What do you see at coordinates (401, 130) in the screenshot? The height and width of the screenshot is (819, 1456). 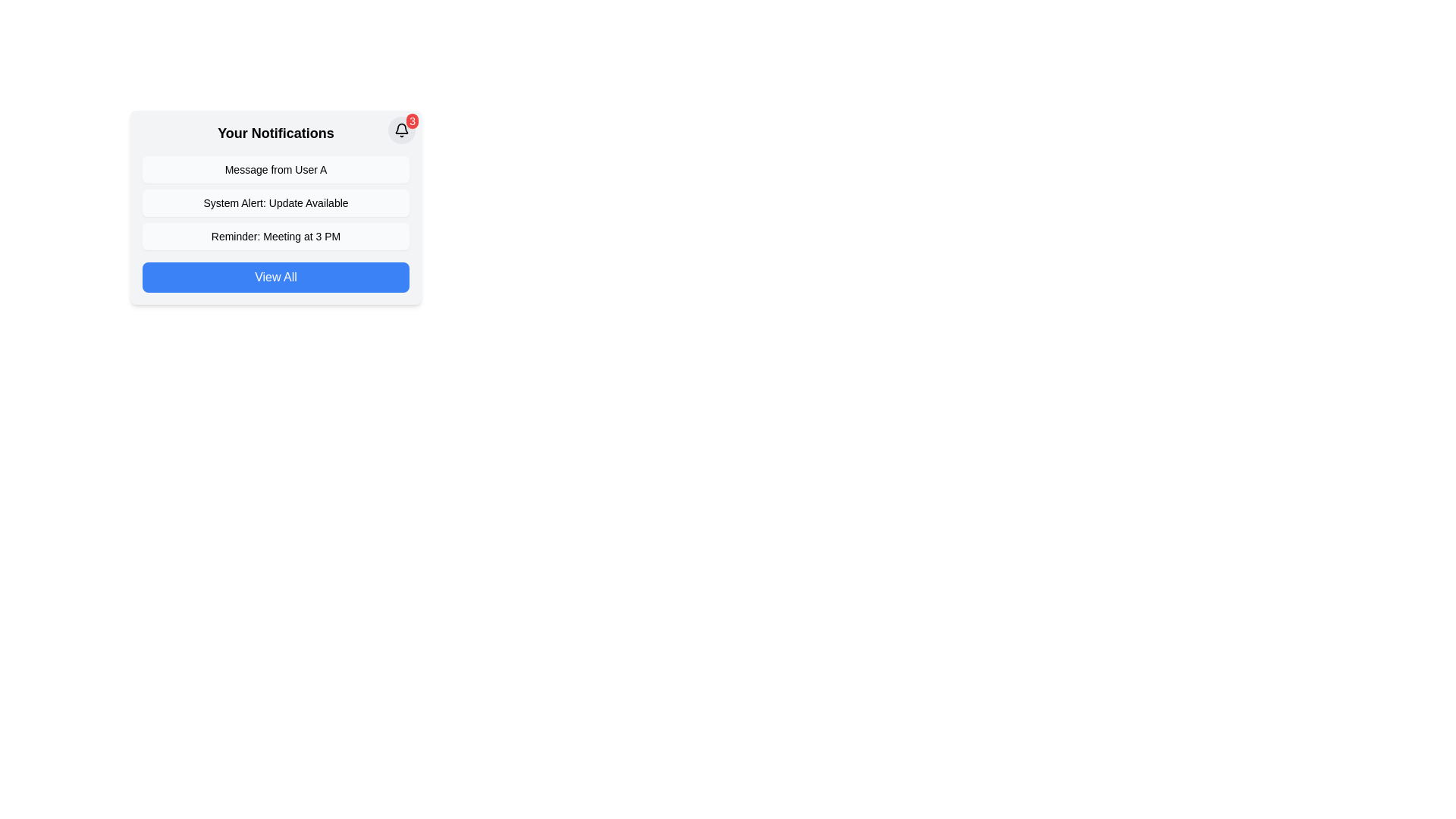 I see `the bell icon located in the top-right corner of the 'Your Notifications' panel` at bounding box center [401, 130].